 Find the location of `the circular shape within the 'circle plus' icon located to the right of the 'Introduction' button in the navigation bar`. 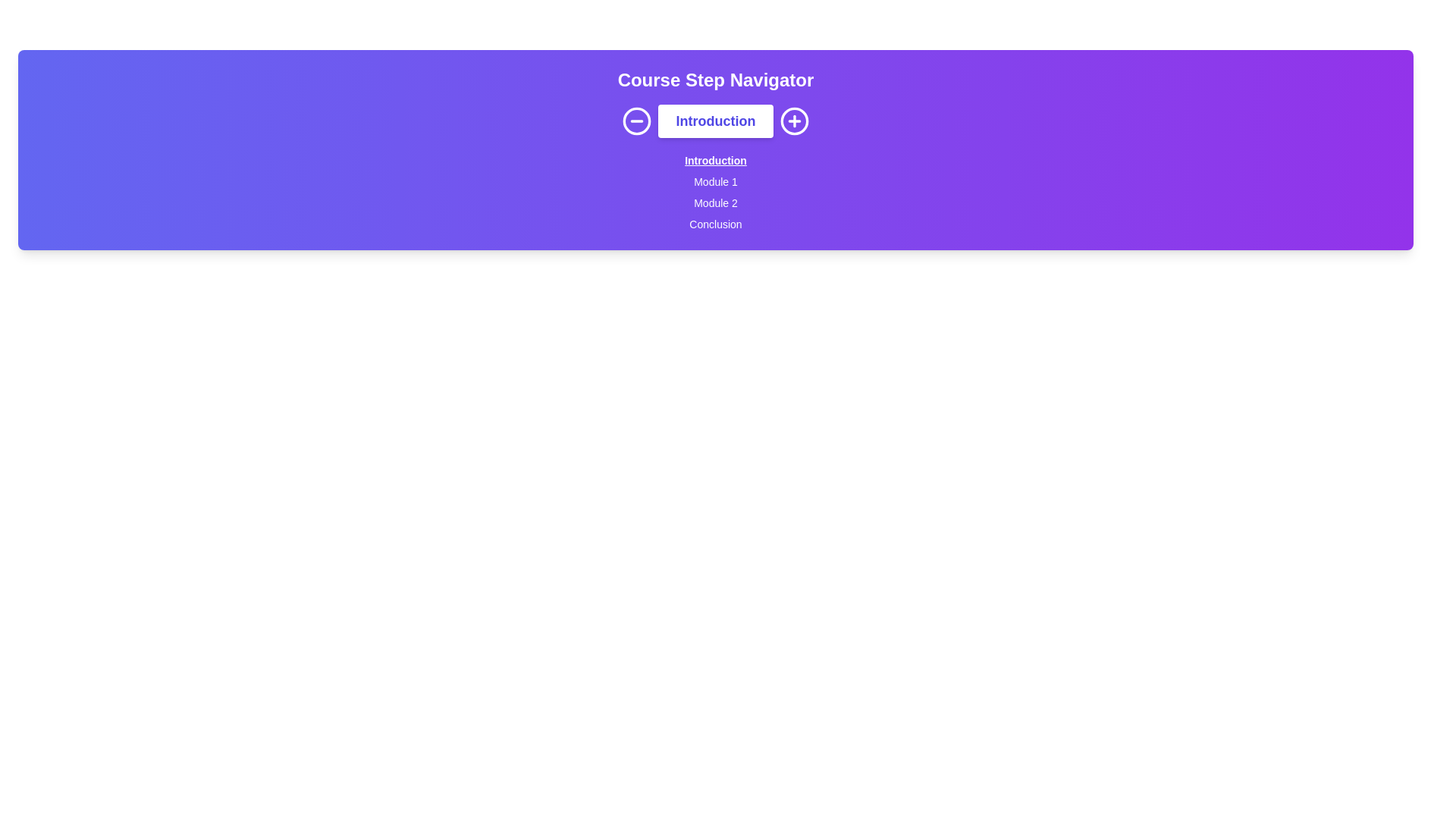

the circular shape within the 'circle plus' icon located to the right of the 'Introduction' button in the navigation bar is located at coordinates (794, 120).